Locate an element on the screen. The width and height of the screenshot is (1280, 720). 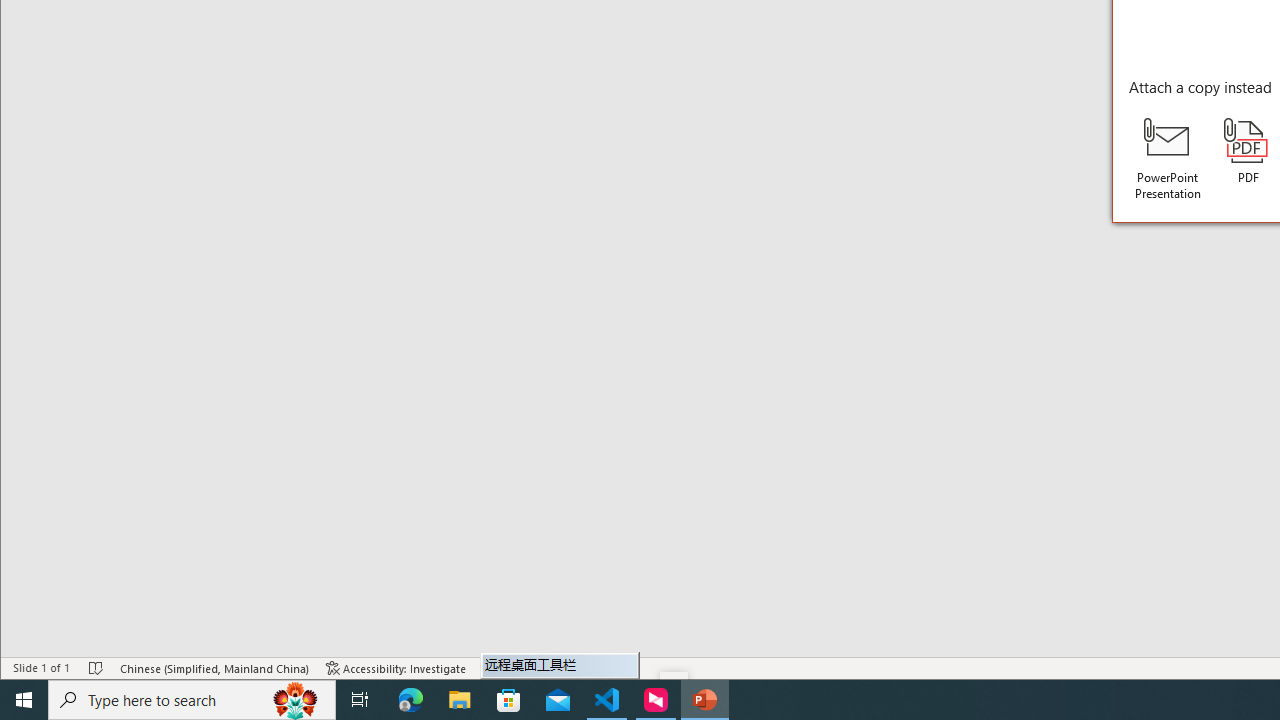
'PowerPoint - 1 running window' is located at coordinates (705, 698).